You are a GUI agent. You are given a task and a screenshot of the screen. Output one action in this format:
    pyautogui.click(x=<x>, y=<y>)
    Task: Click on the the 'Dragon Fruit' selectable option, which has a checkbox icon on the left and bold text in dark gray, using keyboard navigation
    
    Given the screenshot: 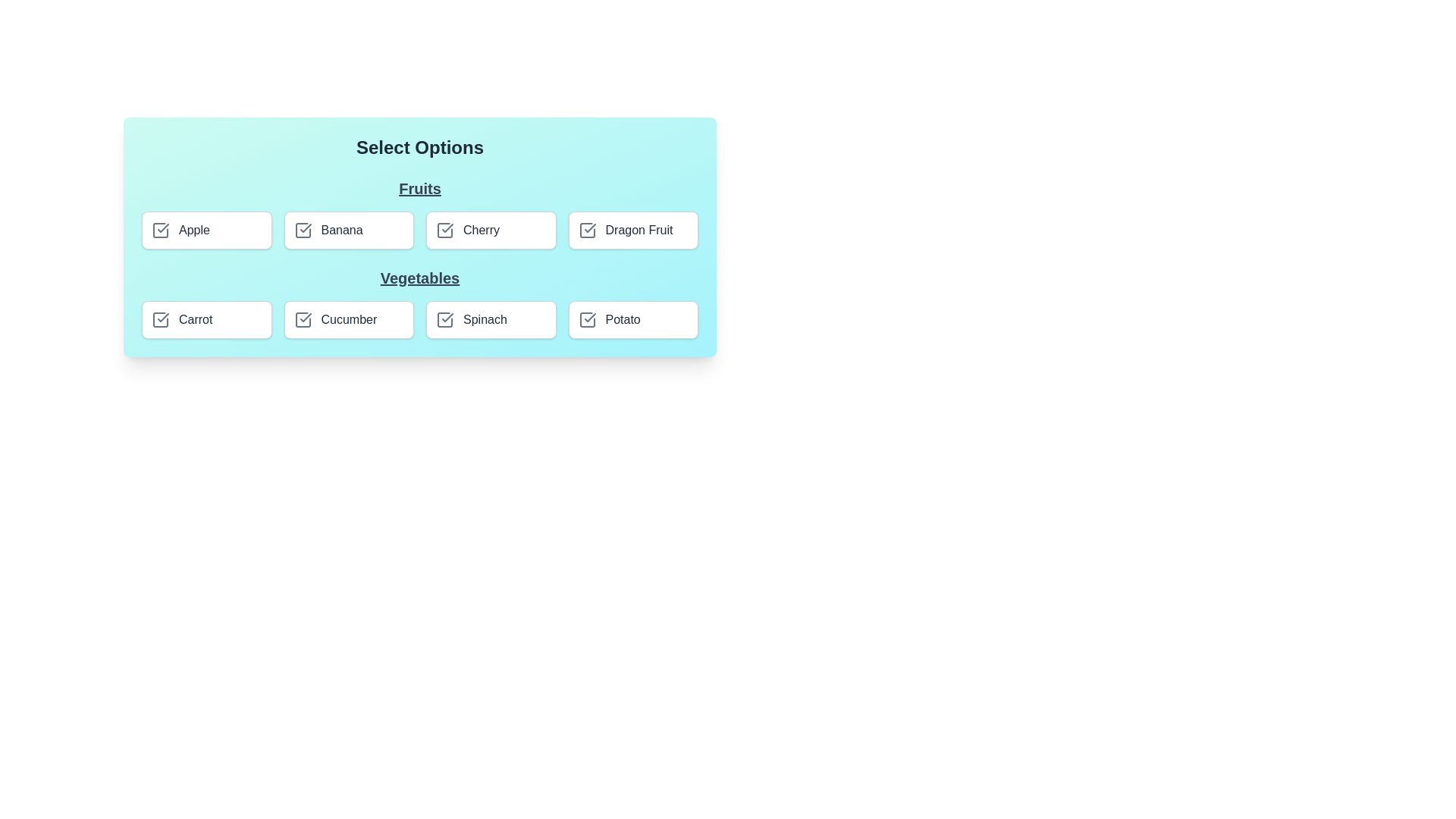 What is the action you would take?
    pyautogui.click(x=633, y=231)
    